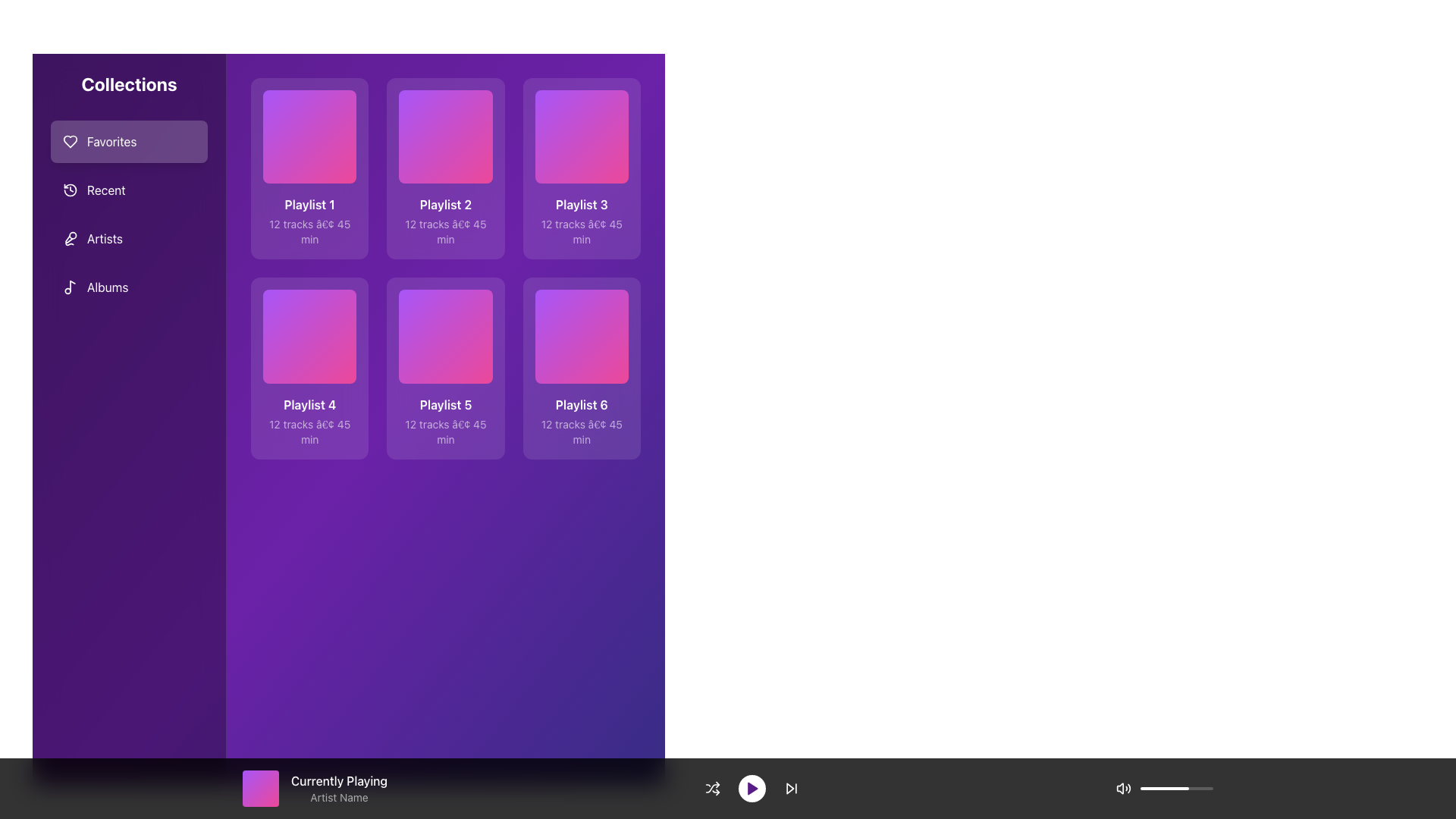 The height and width of the screenshot is (819, 1456). Describe the element at coordinates (444, 403) in the screenshot. I see `text label that serves as a title for the playlist card, specifically the third text label in the second row of the grid layout for 'Playlist 5'` at that location.